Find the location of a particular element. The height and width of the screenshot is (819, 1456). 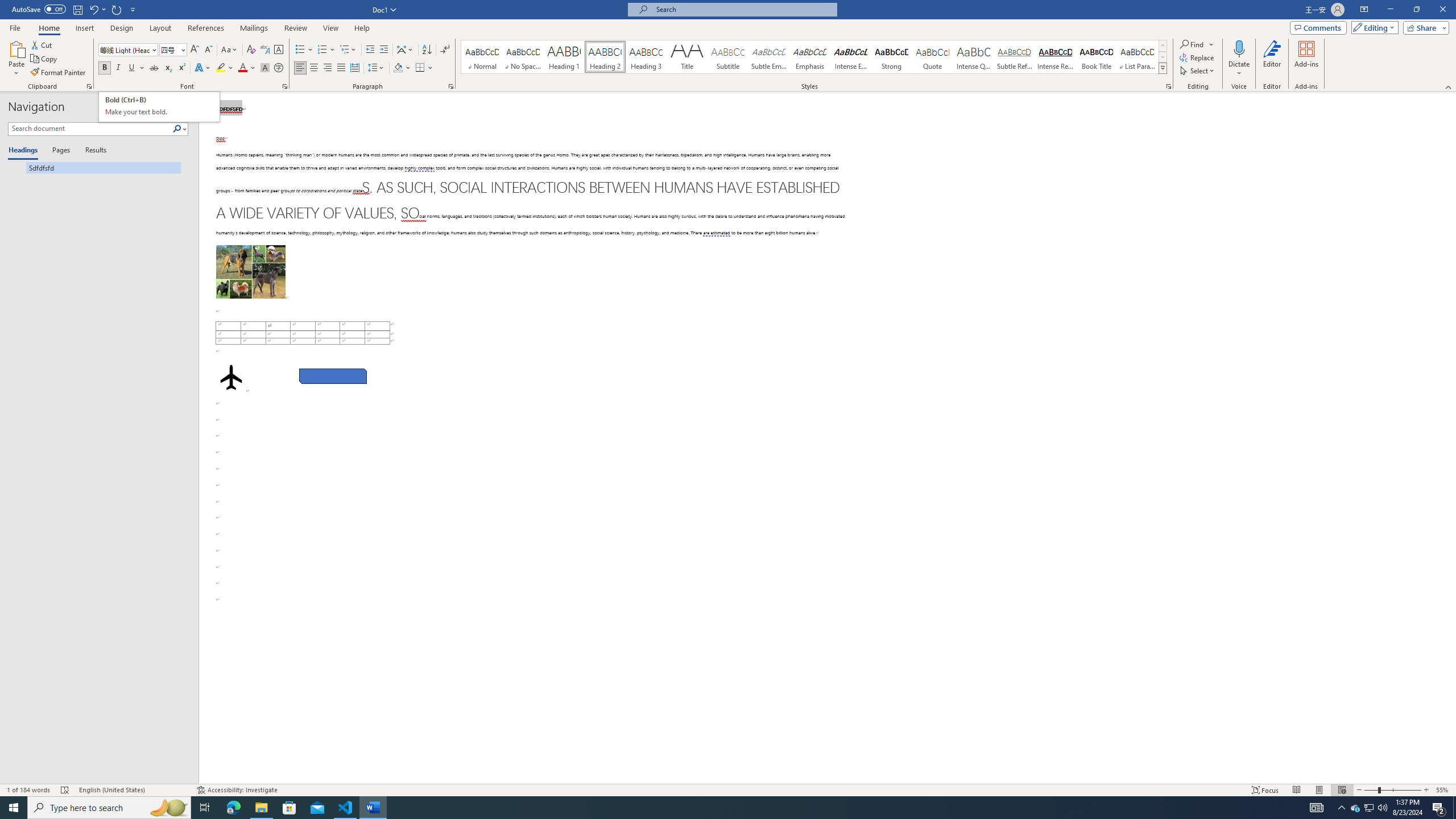

'Shrink Font' is located at coordinates (208, 49).